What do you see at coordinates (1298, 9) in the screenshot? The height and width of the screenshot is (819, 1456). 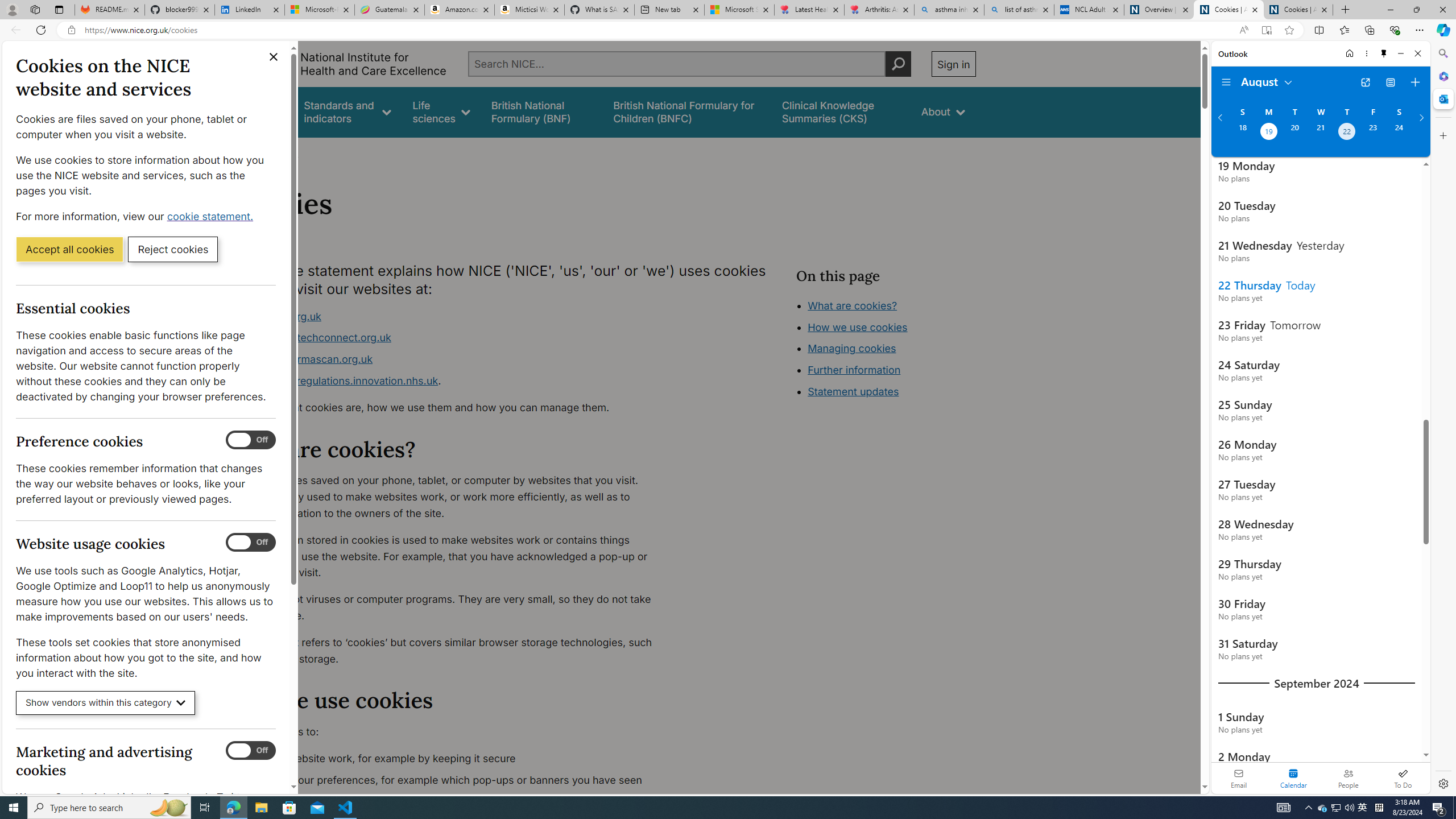 I see `'Cookies | About | NICE'` at bounding box center [1298, 9].